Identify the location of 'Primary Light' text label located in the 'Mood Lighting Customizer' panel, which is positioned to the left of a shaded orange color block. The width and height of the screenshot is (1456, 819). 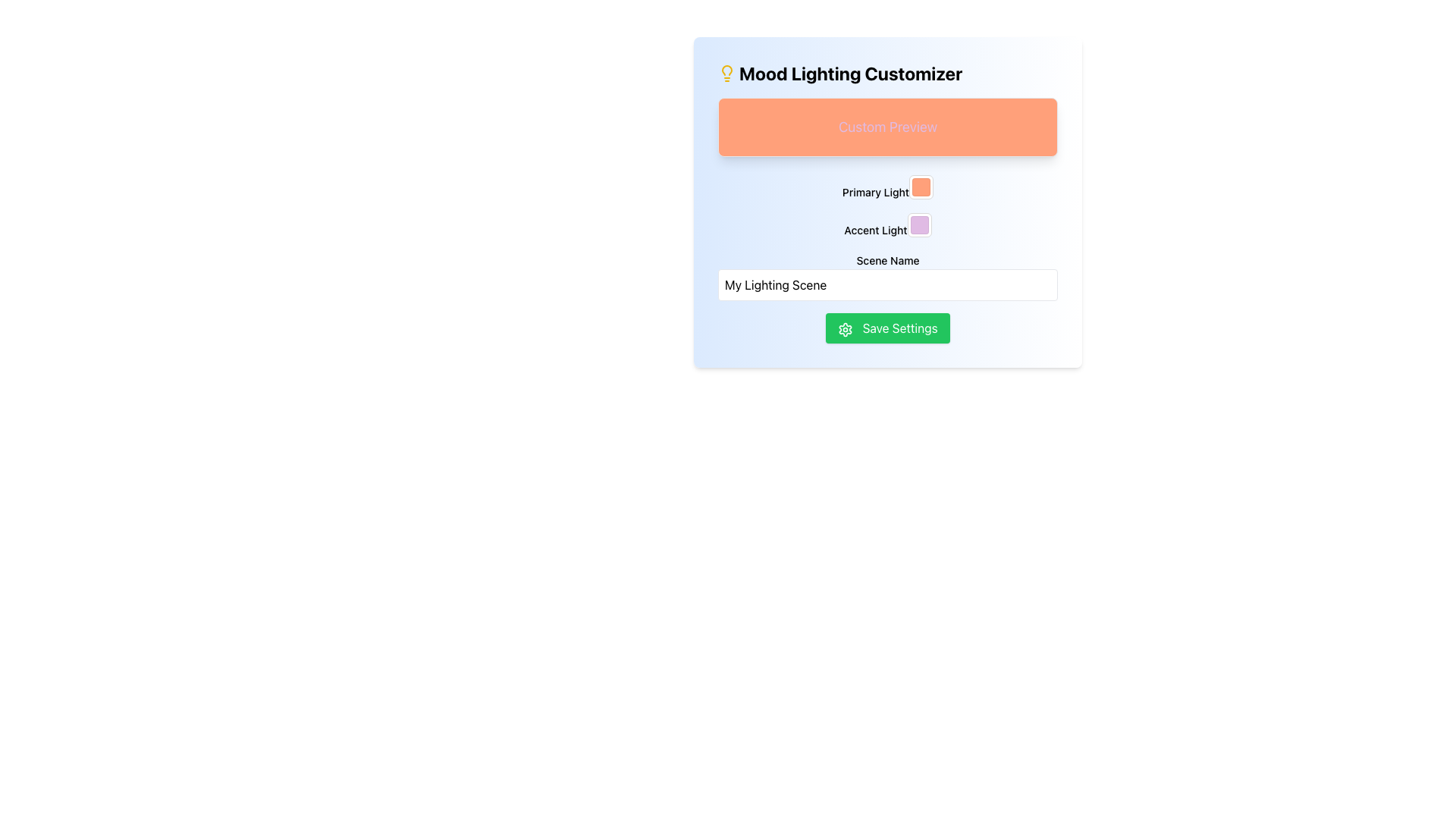
(888, 187).